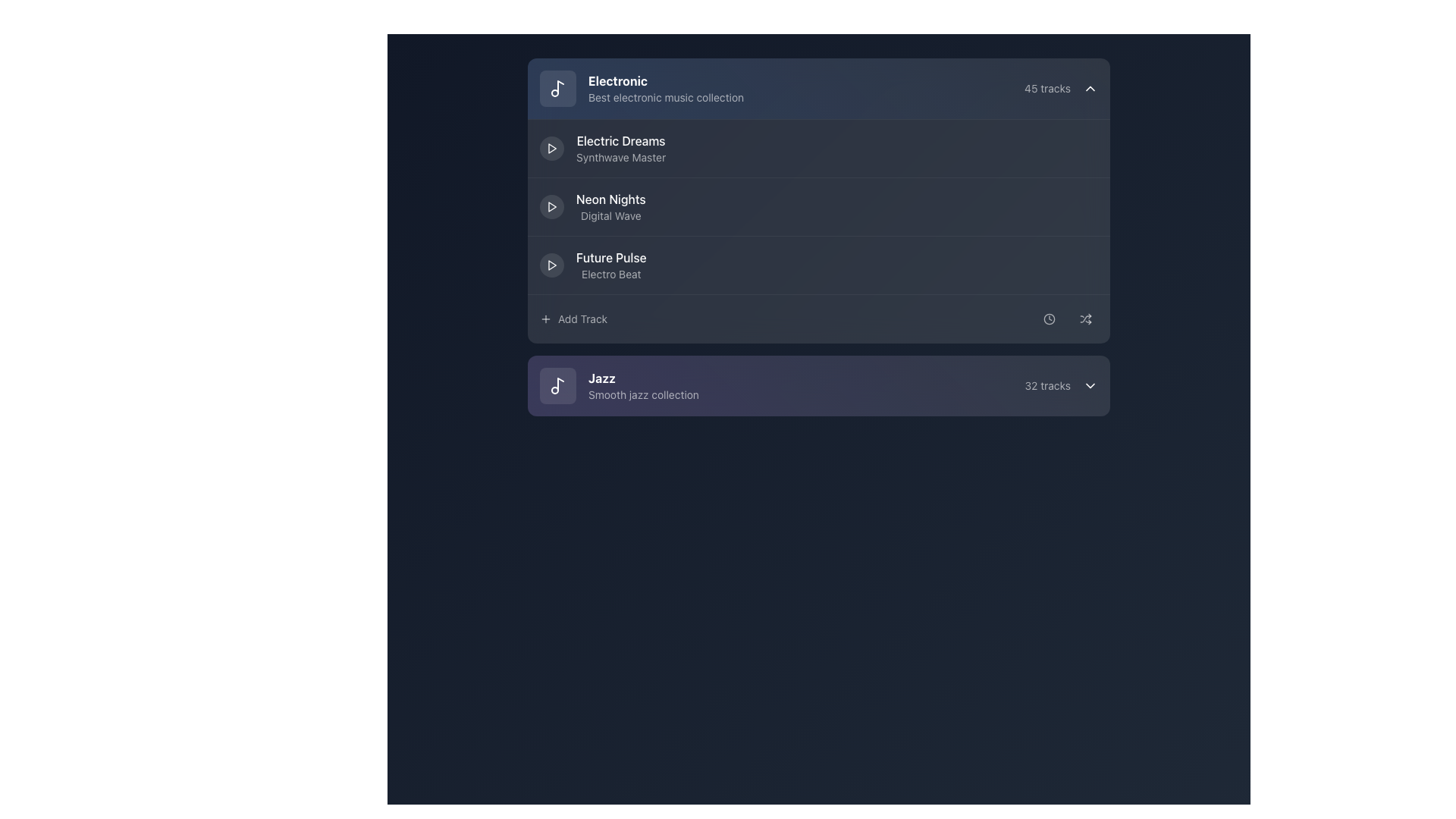 The width and height of the screenshot is (1456, 819). What do you see at coordinates (621, 149) in the screenshot?
I see `the label displaying 'Electric Dreams' by 'Synthwave Master'` at bounding box center [621, 149].